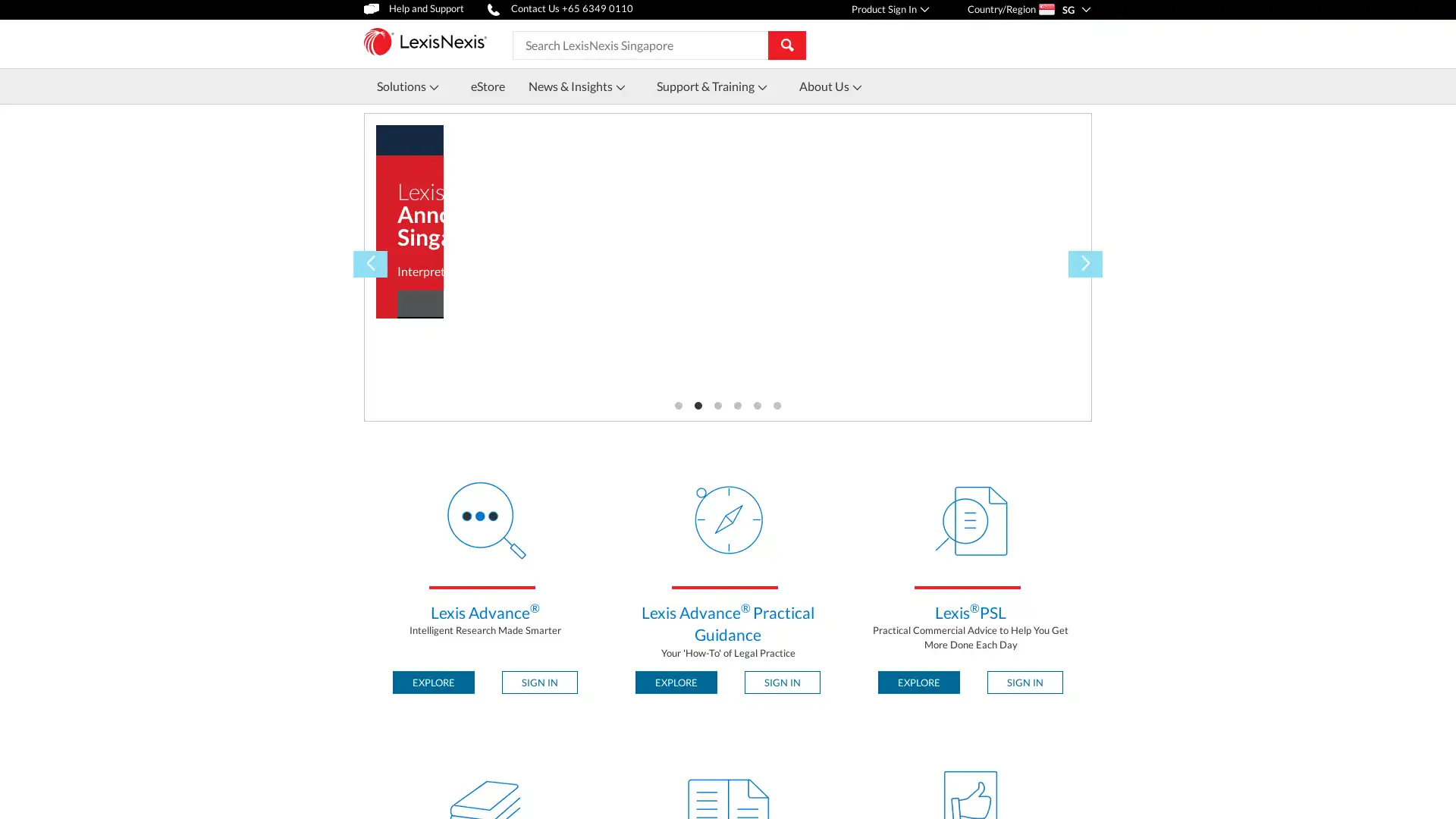 The image size is (1456, 819). I want to click on Search, so click(786, 43).